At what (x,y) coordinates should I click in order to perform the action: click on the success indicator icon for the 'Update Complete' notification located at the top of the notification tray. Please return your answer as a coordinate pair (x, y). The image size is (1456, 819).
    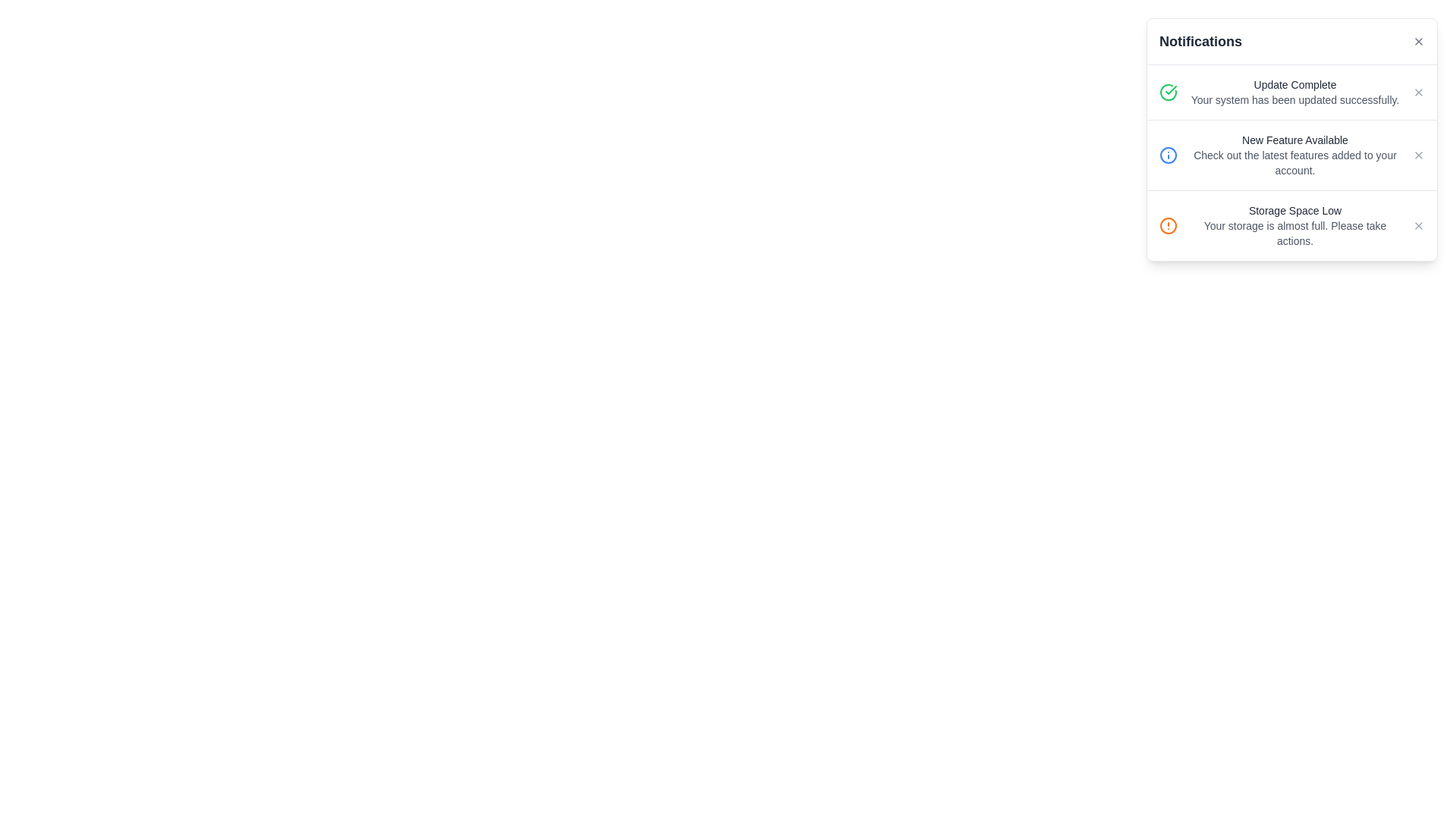
    Looking at the image, I should click on (1167, 93).